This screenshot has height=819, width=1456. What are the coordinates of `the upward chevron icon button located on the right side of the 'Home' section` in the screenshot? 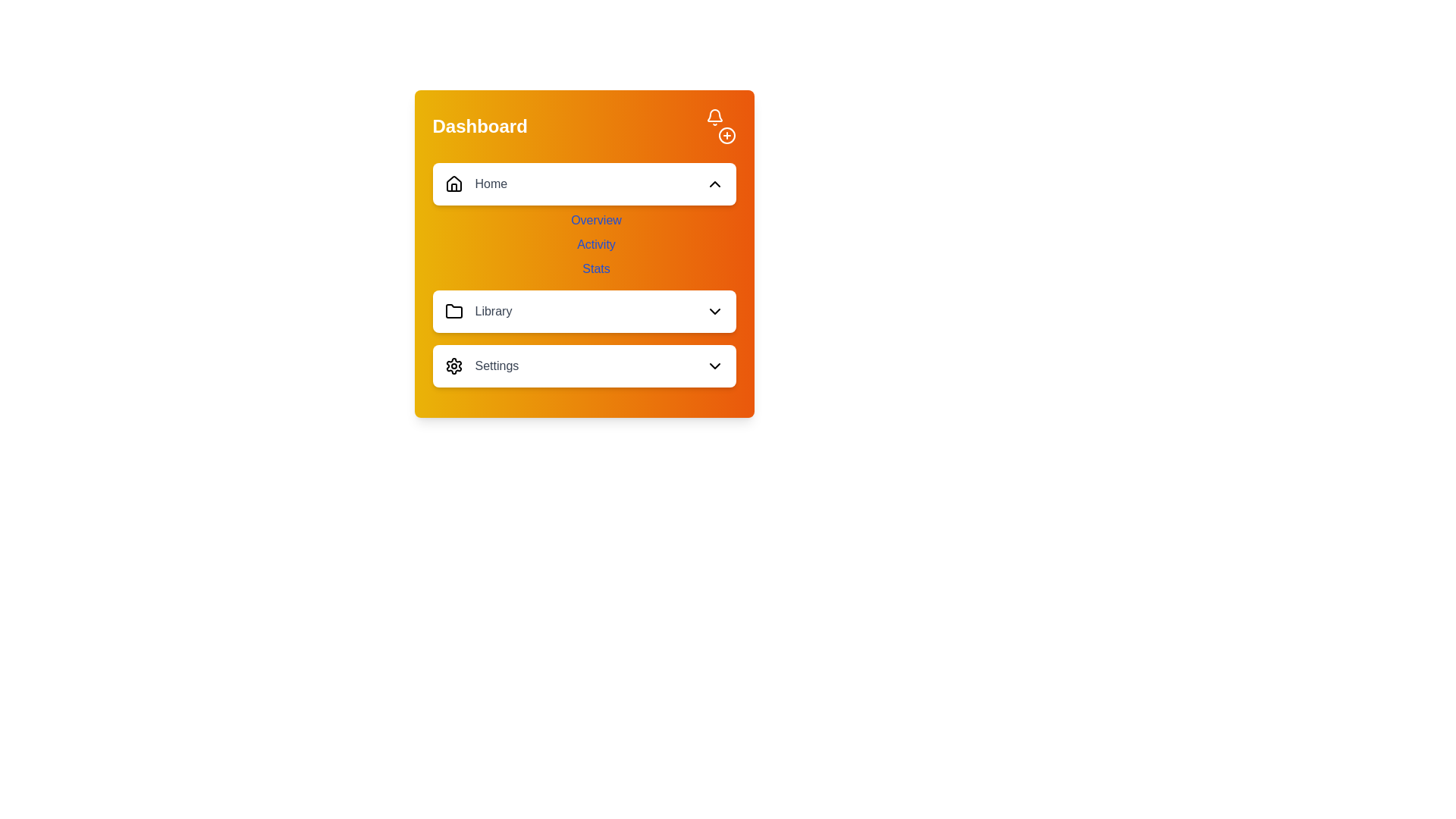 It's located at (714, 184).